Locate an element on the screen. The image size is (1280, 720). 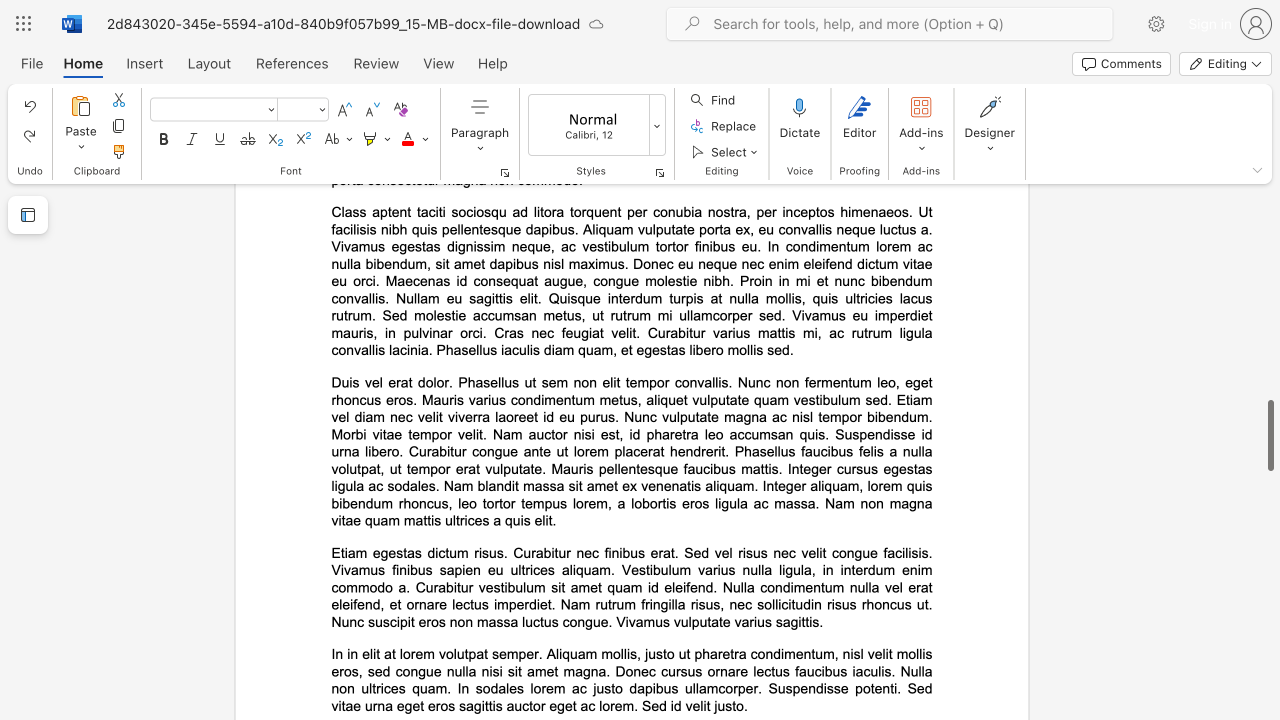
the subset text "Nulla condimentum" within the text "Etiam egestas dictum risus. Curabitur nec finibus erat. Sed vel risus nec velit congue facilisis. Vivamus finibus sapien eu ultrices aliquam. Vestibulum varius nulla ligula, in interdum enim commodo a. Curabitur vestibulum sit amet quam id eleifend. Nulla condimentum nulla vel erat eleifend, et ornare lectus imperdiet. Nam rutrum fringilla risus, nec sollicitudin risus rhoncus ut. Nunc suscipit eros non massa luctus congue. Vivamus vulputate varius sagittis." is located at coordinates (721, 586).